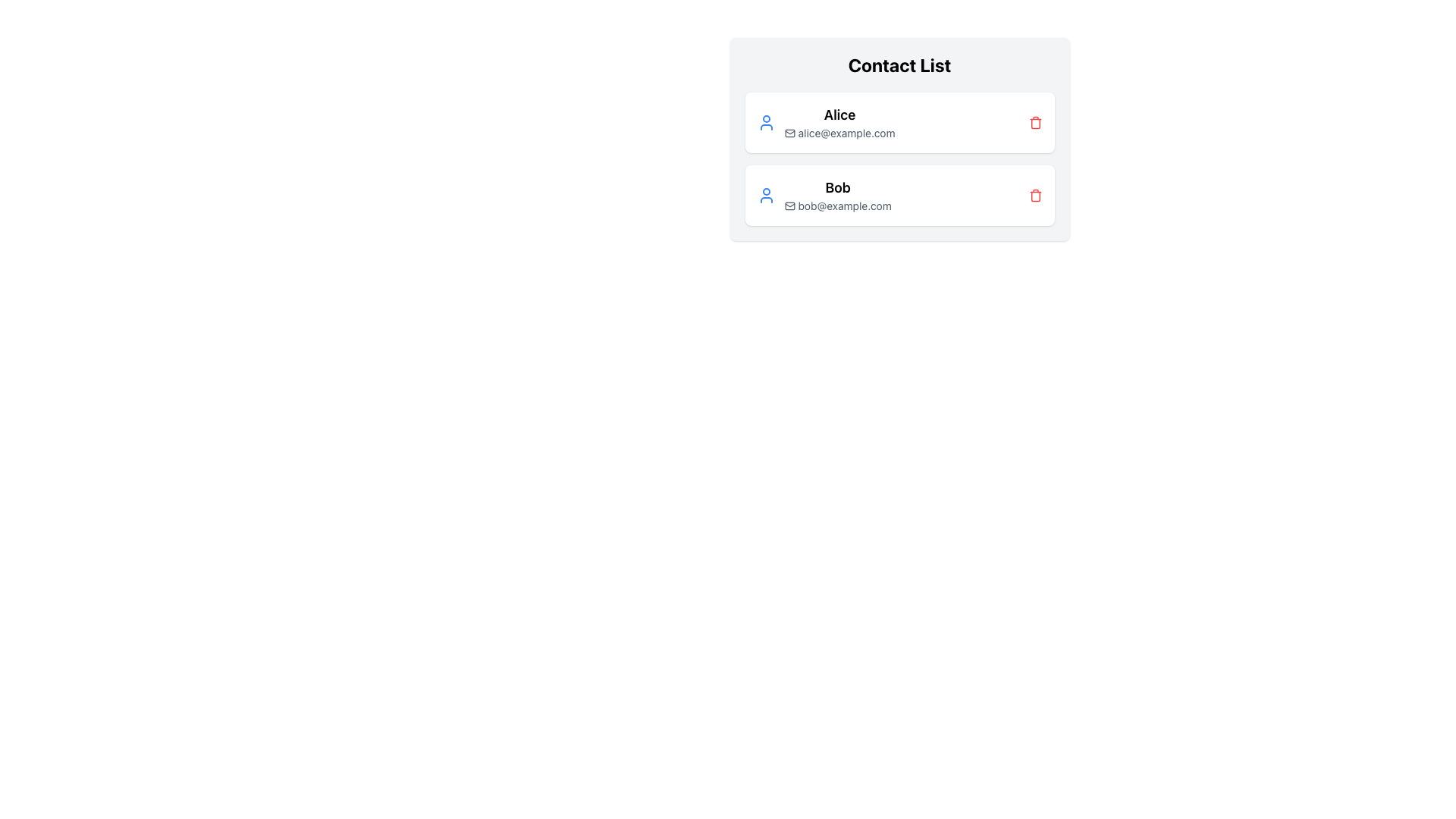  I want to click on the email address text associated with the contact 'Alice', which is located in the first card of the contact list interface, directly below the label 'Alice' and next to the mail icon, so click(839, 133).